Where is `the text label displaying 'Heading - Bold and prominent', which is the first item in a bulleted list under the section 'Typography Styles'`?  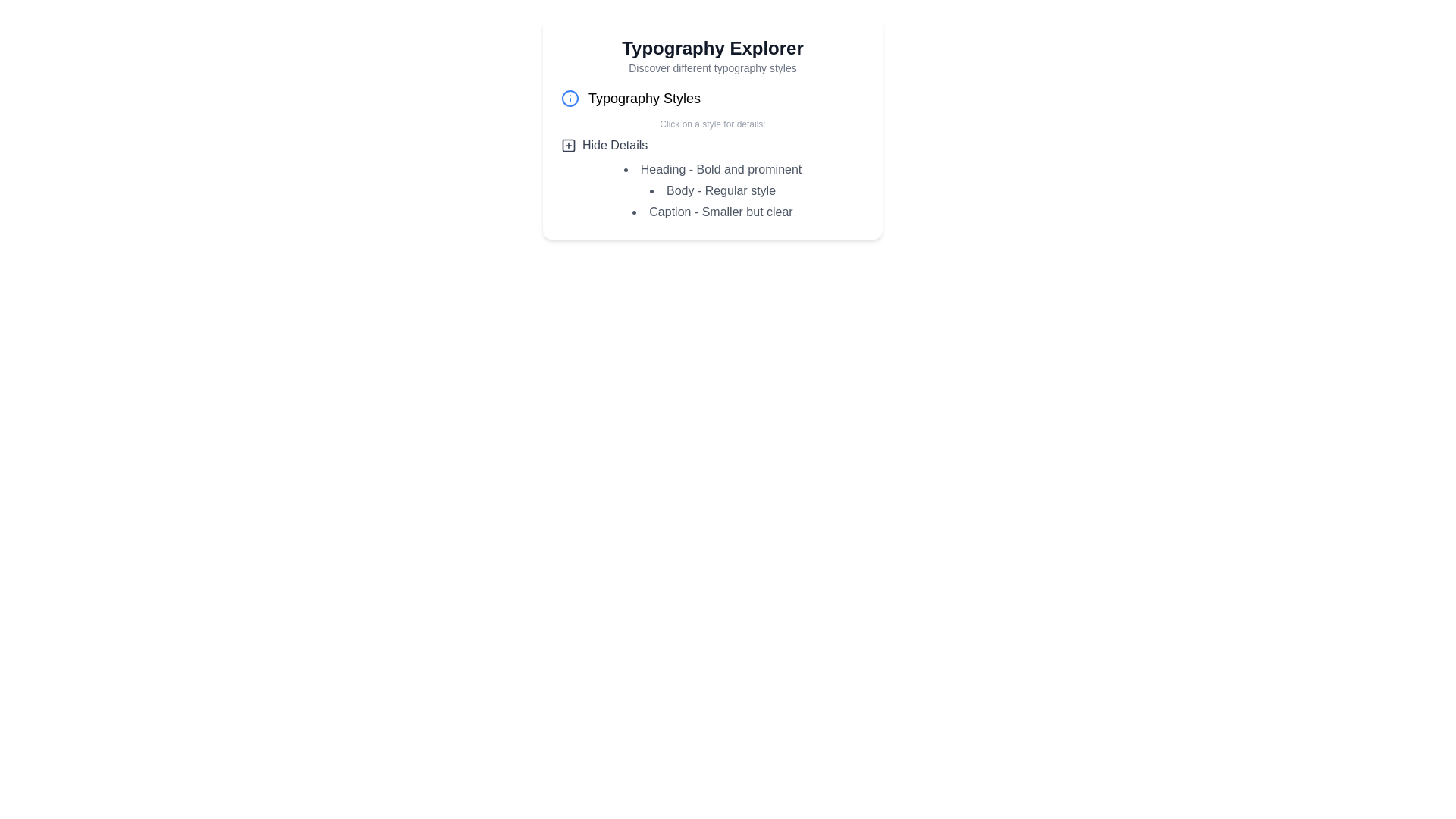
the text label displaying 'Heading - Bold and prominent', which is the first item in a bulleted list under the section 'Typography Styles' is located at coordinates (712, 169).